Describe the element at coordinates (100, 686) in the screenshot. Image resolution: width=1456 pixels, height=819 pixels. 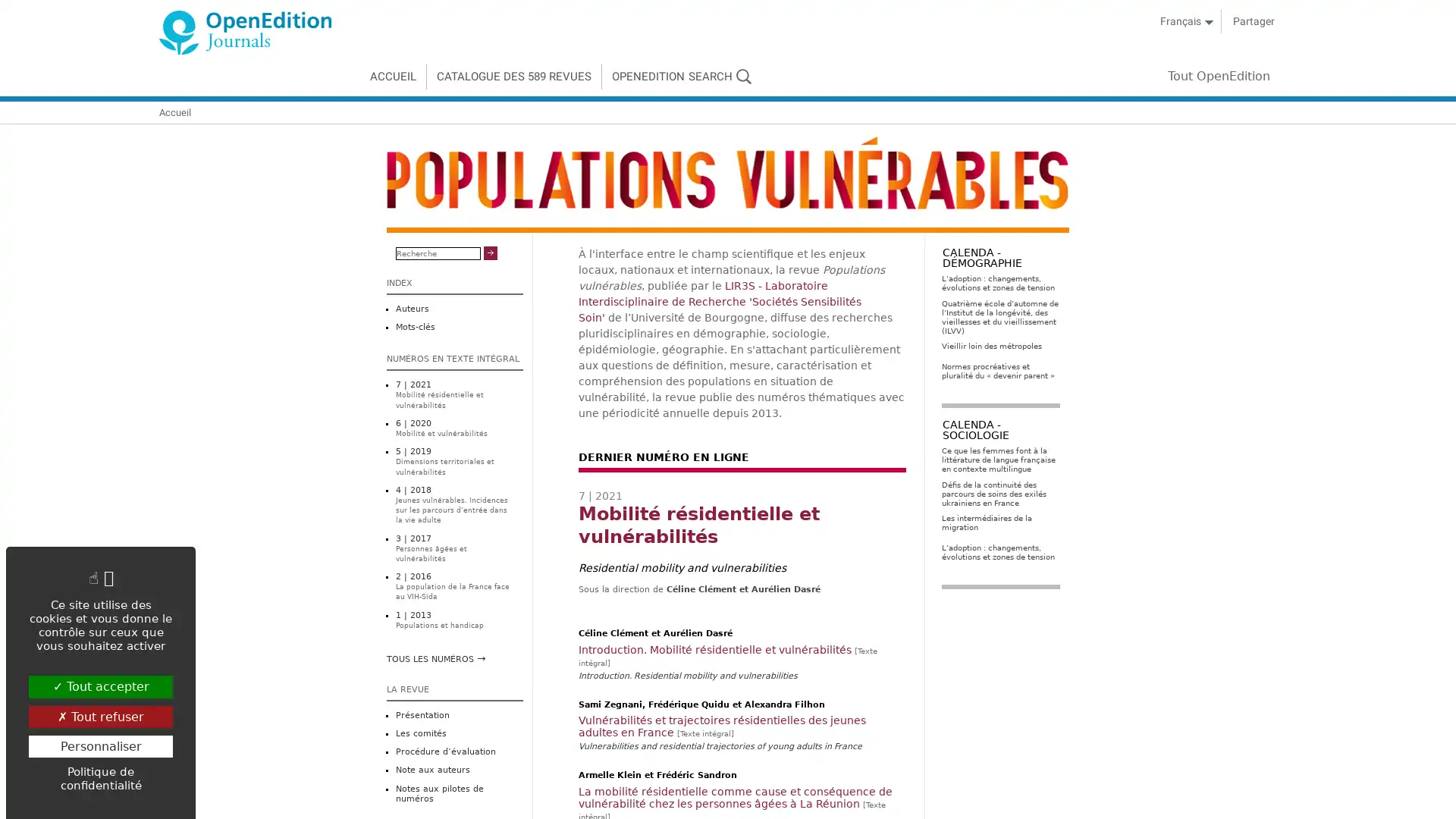
I see `Tout accepter` at that location.